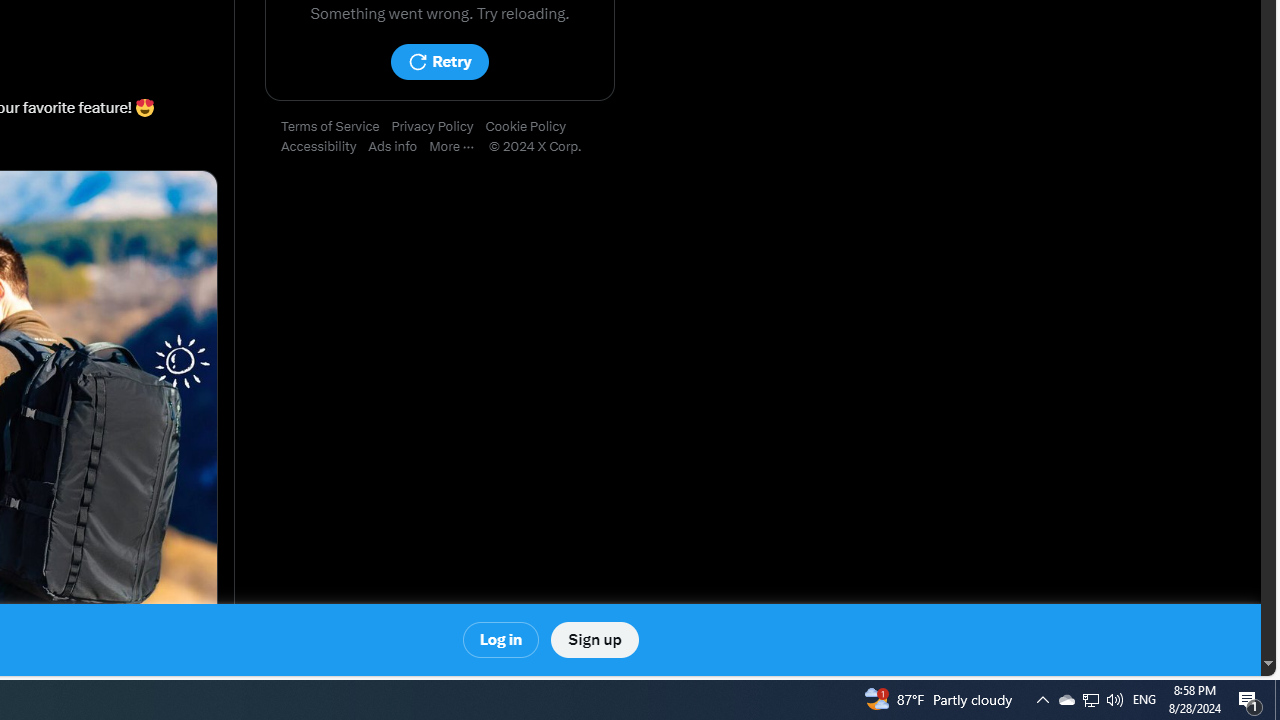 This screenshot has width=1280, height=720. I want to click on 'Terms of Service', so click(336, 127).